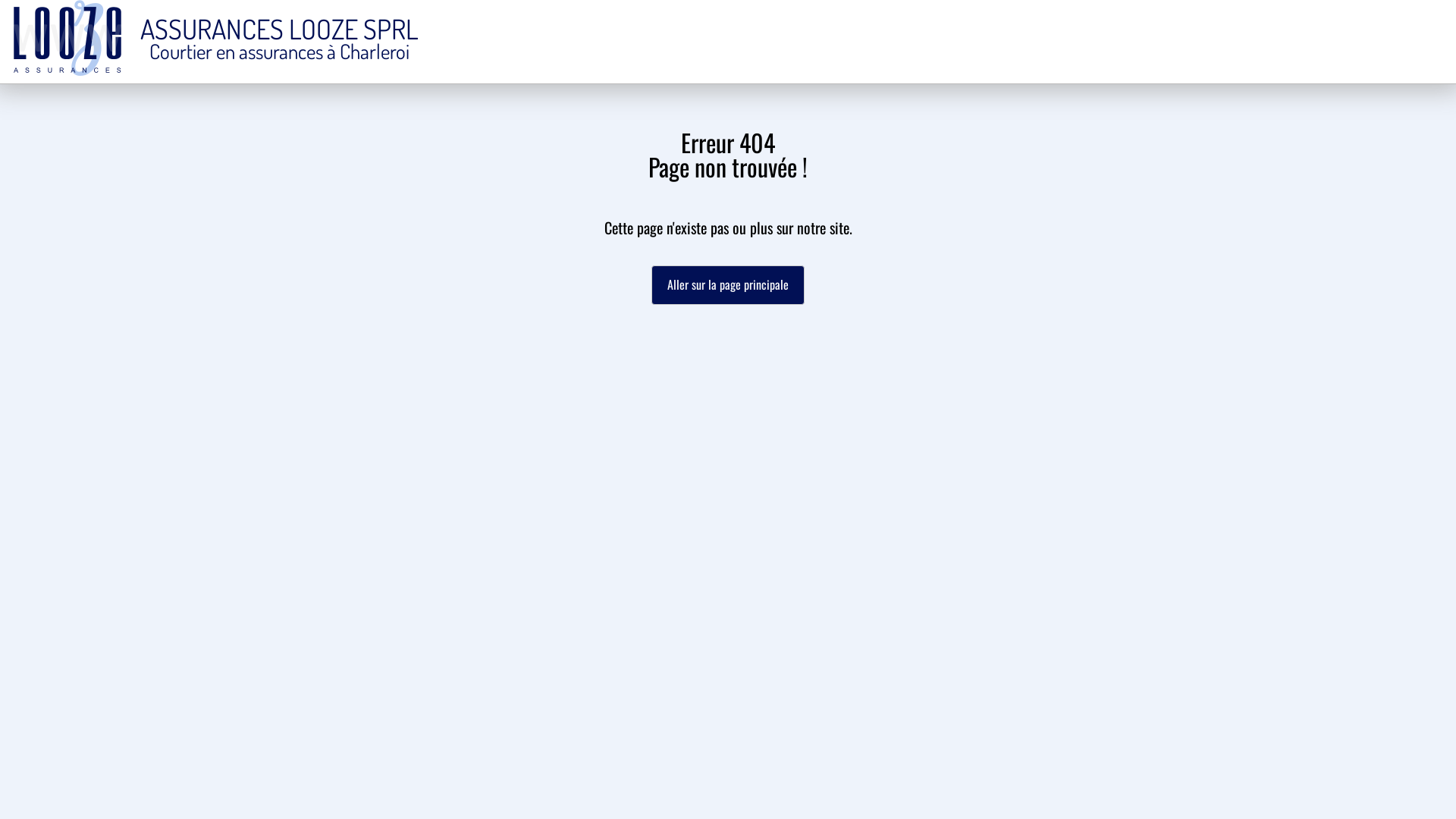  I want to click on 'Aller sur la page principale', so click(651, 284).